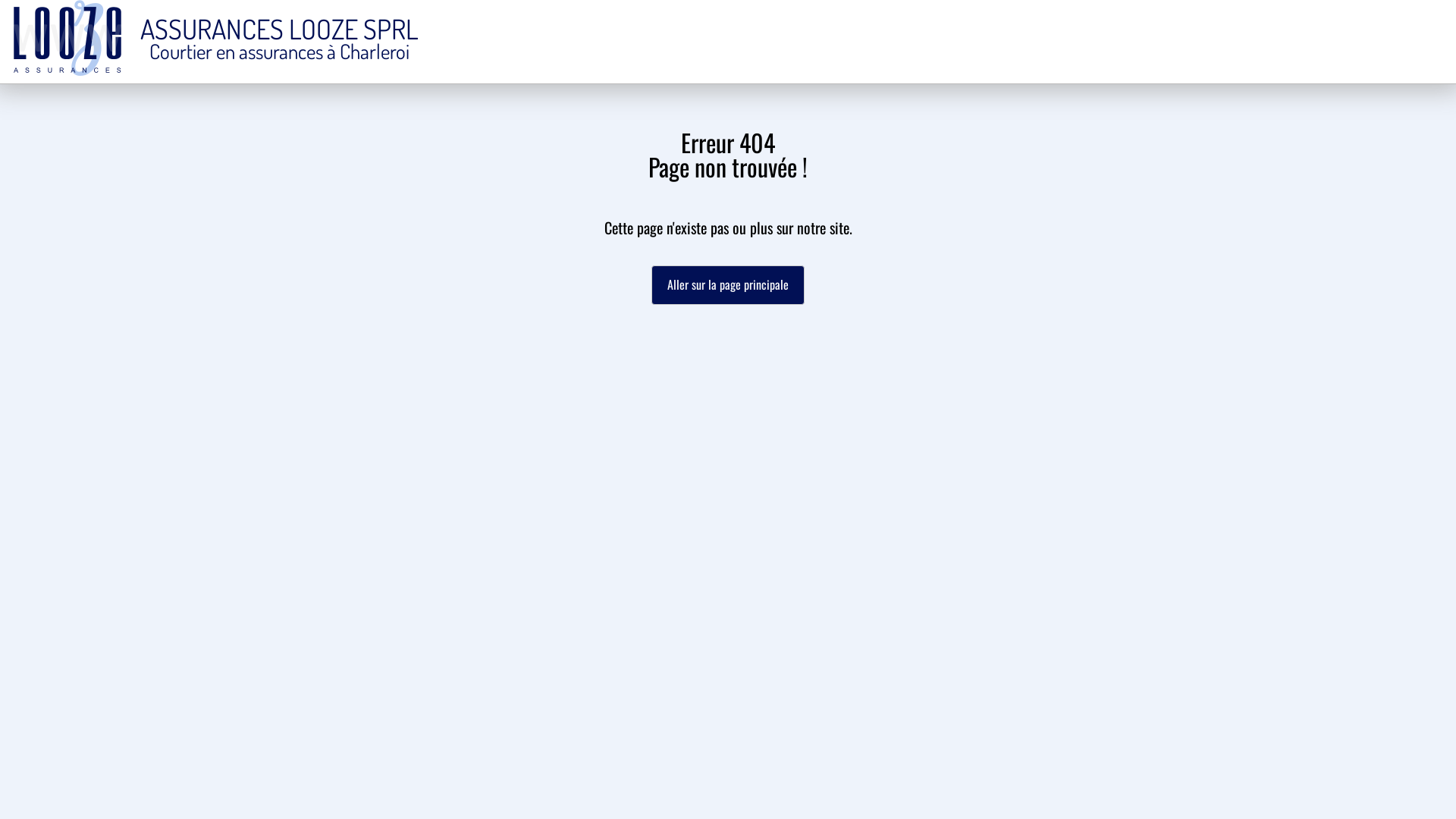  I want to click on 'Aller sur la page principale', so click(651, 284).